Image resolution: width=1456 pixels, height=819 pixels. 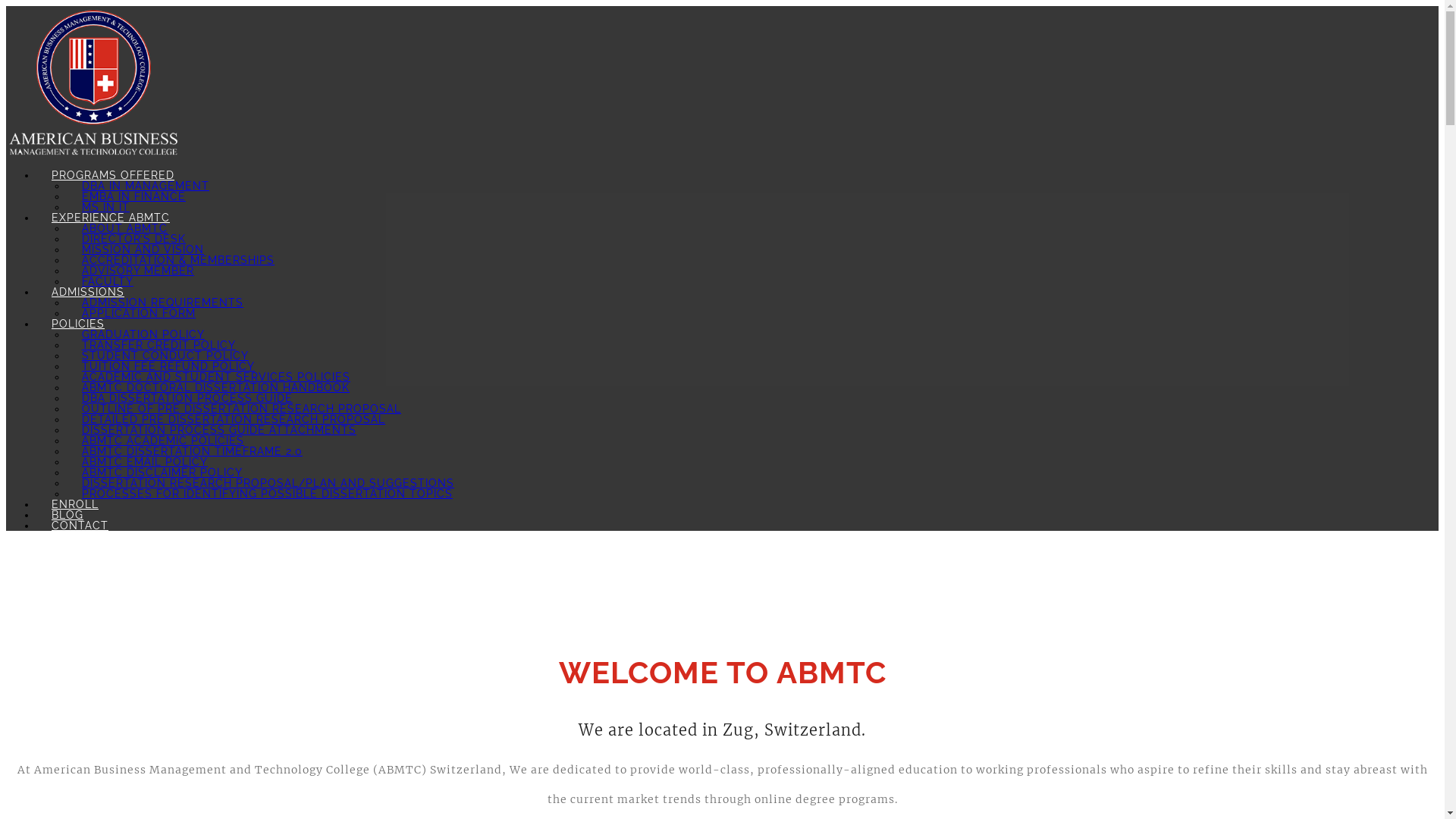 What do you see at coordinates (133, 195) in the screenshot?
I see `'EMBA IN FINANCE'` at bounding box center [133, 195].